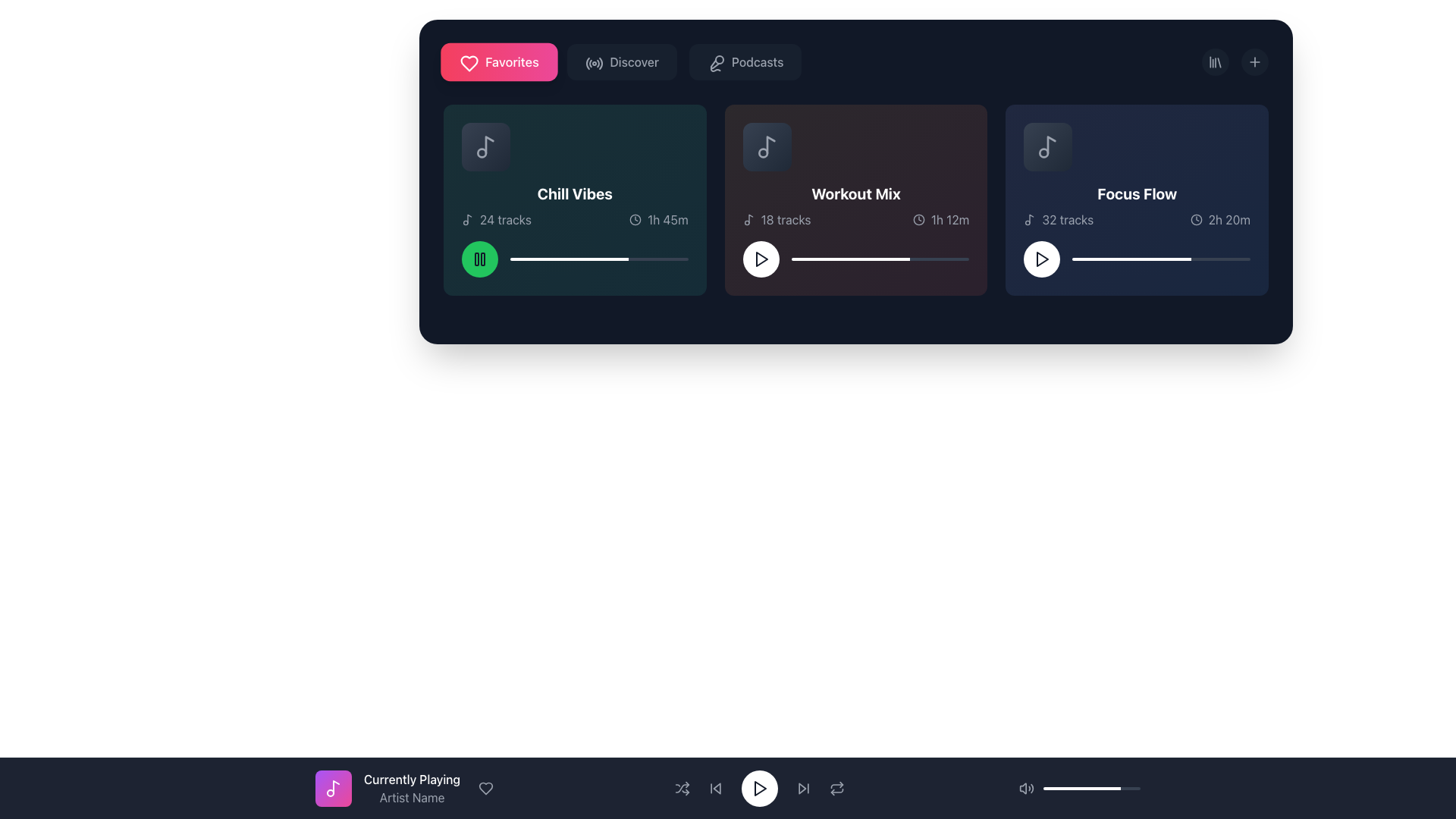 The width and height of the screenshot is (1456, 819). I want to click on the Text Label displaying '24 tracks' located in the 'Chill Vibes' card, adjacent to a music note icon, so click(506, 219).